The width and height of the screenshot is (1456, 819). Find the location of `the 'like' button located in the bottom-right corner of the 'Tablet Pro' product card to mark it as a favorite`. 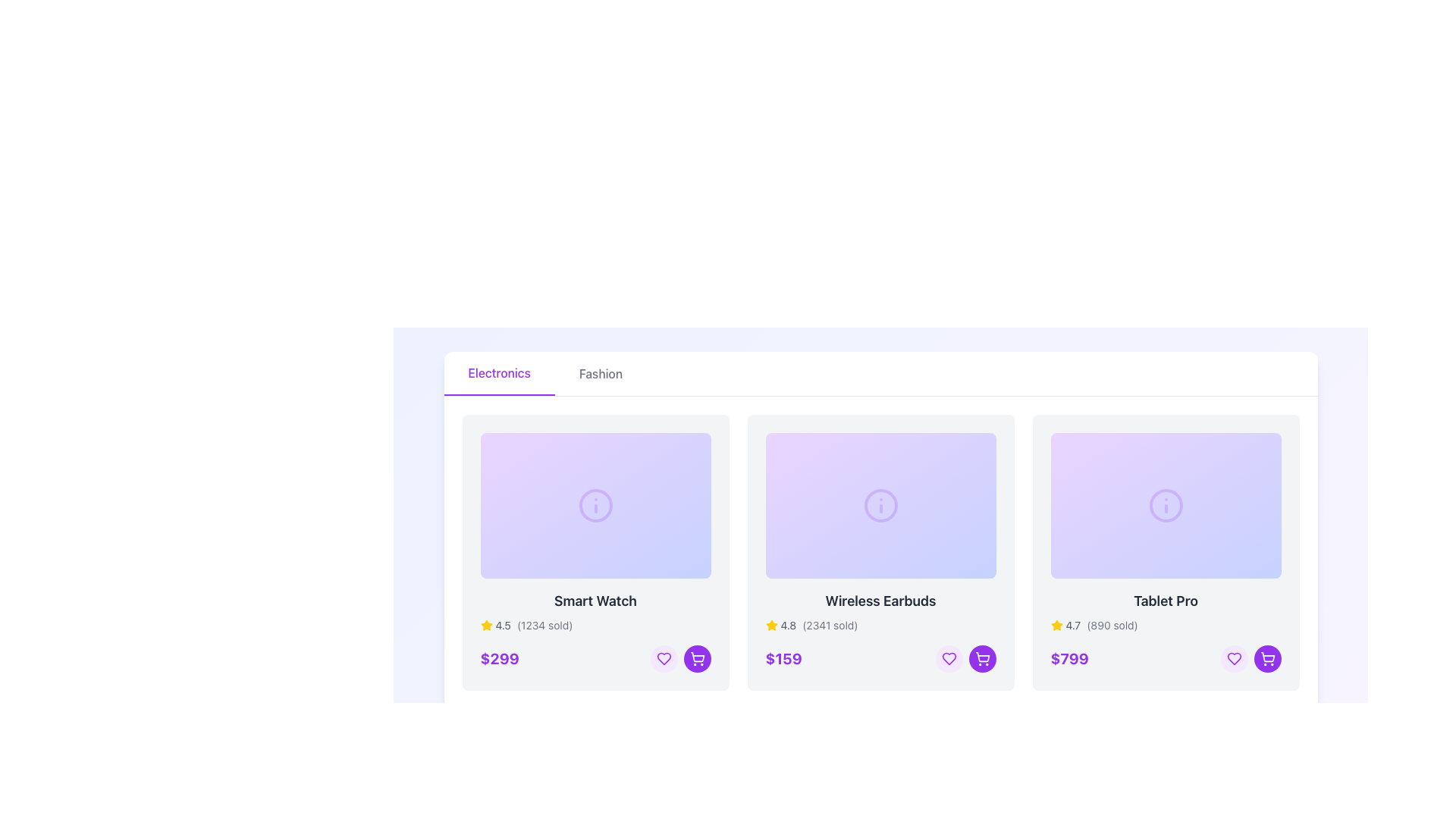

the 'like' button located in the bottom-right corner of the 'Tablet Pro' product card to mark it as a favorite is located at coordinates (1234, 657).